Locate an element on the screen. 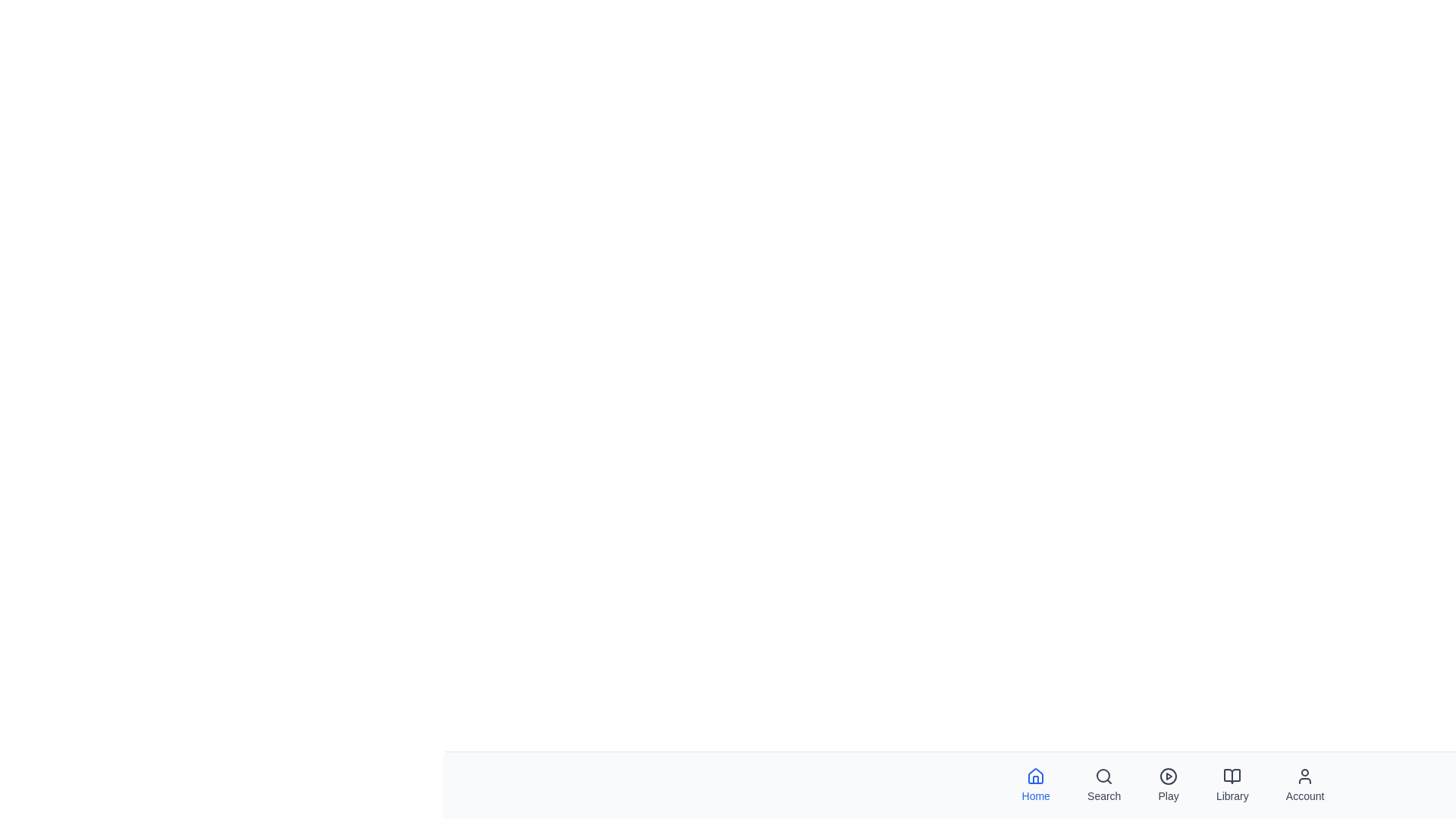 The height and width of the screenshot is (819, 1456). the Home tab to observe its visual feedback is located at coordinates (1035, 785).